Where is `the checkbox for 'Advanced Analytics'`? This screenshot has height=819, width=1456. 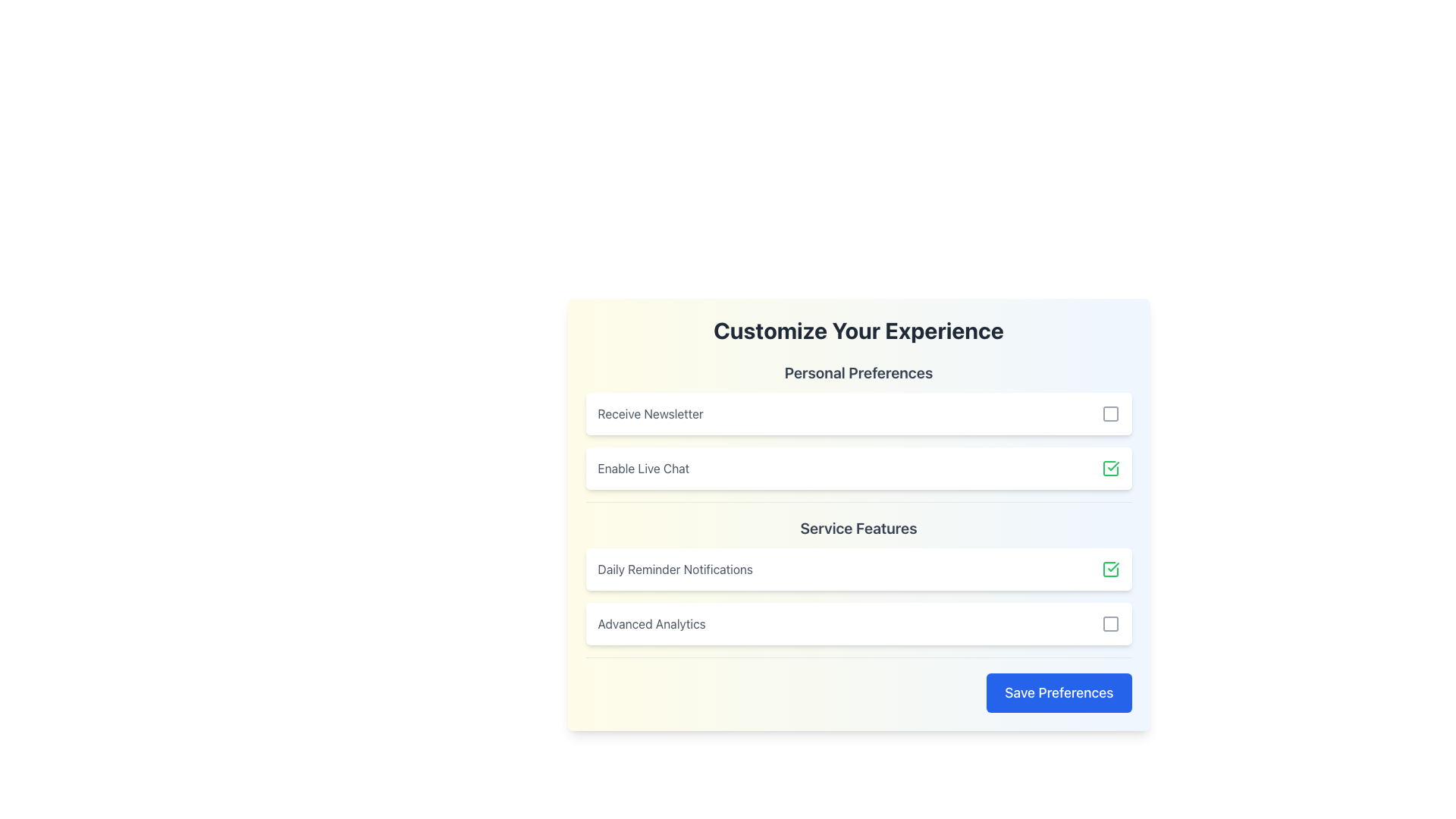 the checkbox for 'Advanced Analytics' is located at coordinates (858, 623).